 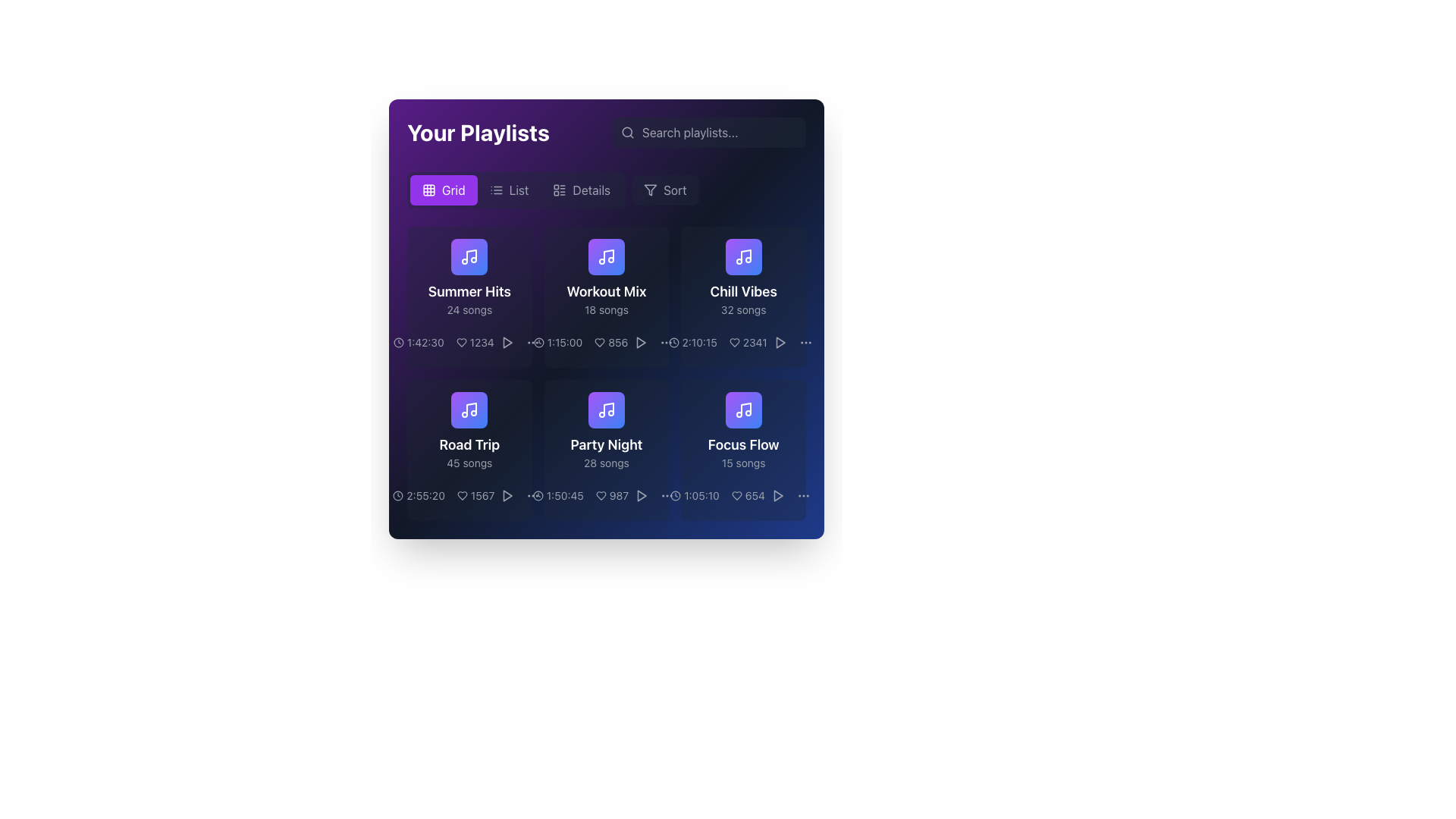 What do you see at coordinates (675, 496) in the screenshot?
I see `the circular SVG graphical element located within the clock icon next to the timestamp '1:05:10' in the grid titled 'Your Playlists'` at bounding box center [675, 496].